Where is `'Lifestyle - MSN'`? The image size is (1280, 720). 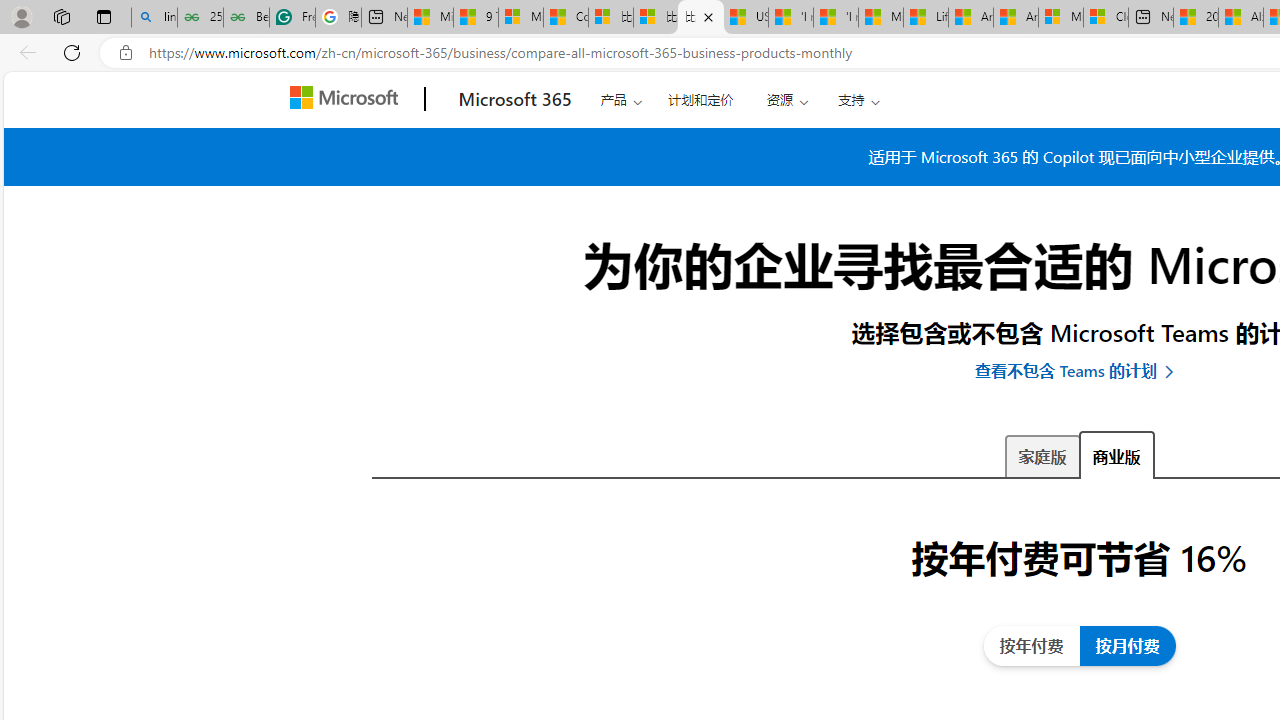
'Lifestyle - MSN' is located at coordinates (925, 17).